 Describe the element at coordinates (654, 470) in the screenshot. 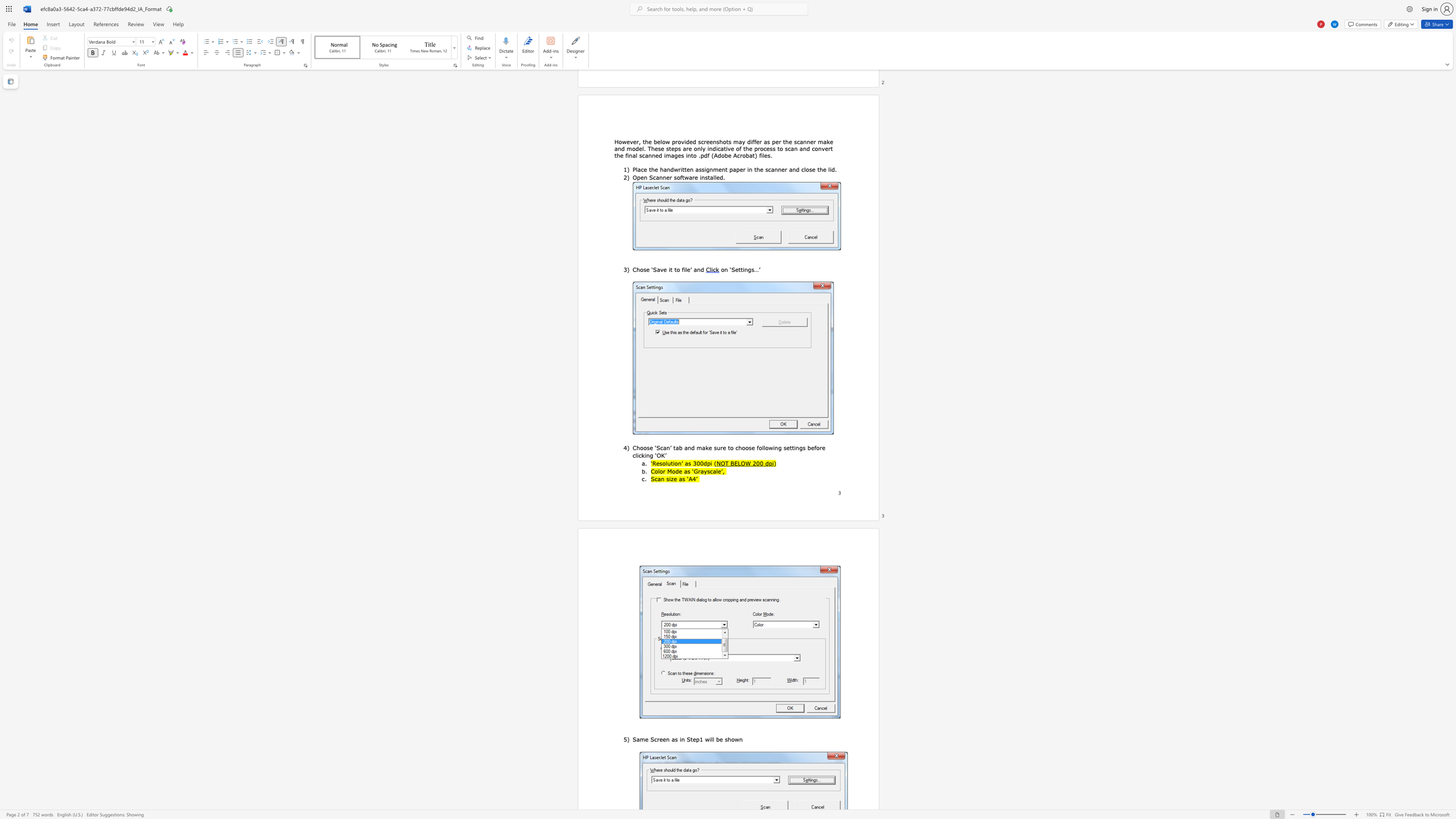

I see `the subset text "olor Mod" within the text "Color Mode as ‘"` at that location.